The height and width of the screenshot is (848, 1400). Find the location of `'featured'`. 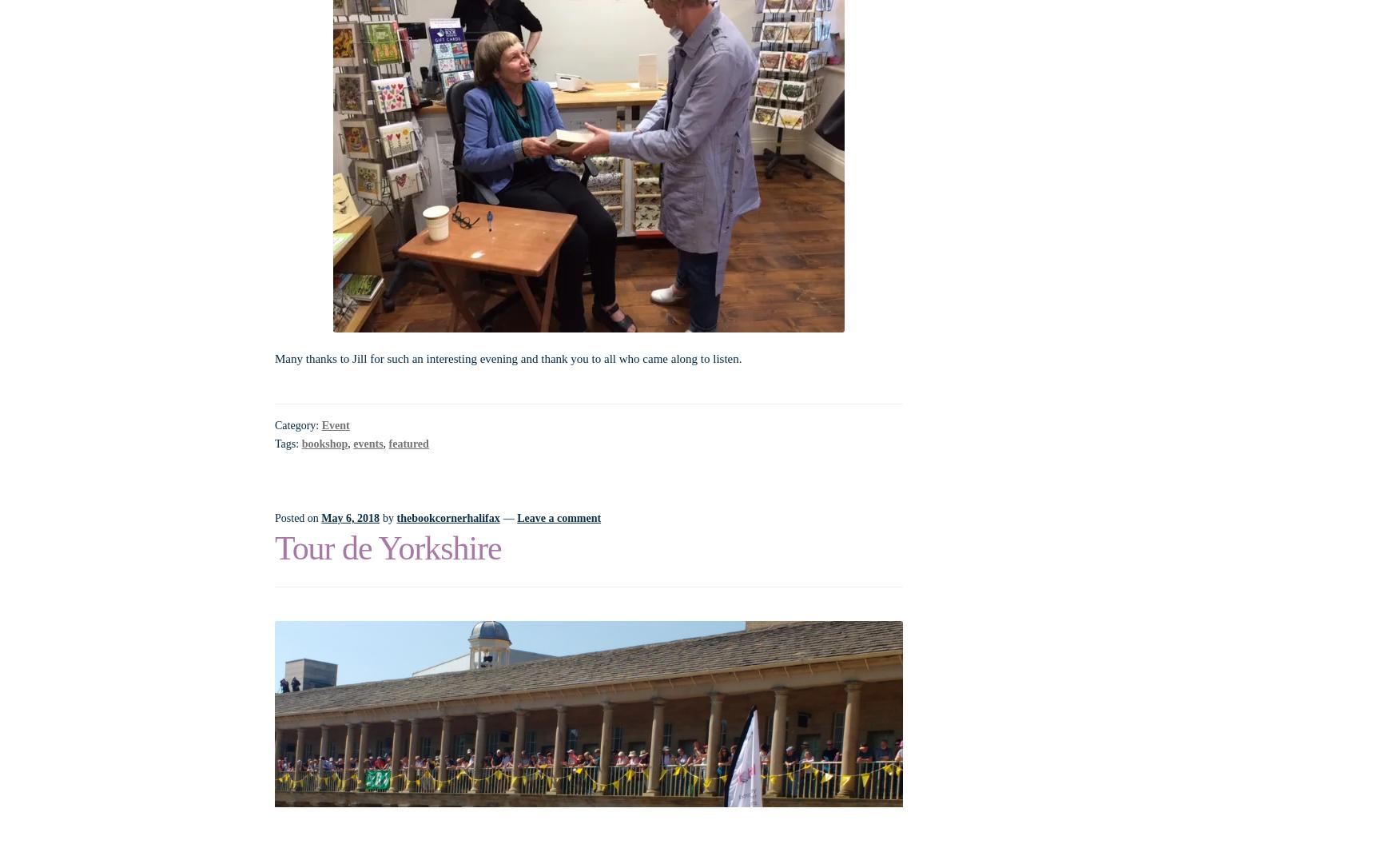

'featured' is located at coordinates (388, 442).